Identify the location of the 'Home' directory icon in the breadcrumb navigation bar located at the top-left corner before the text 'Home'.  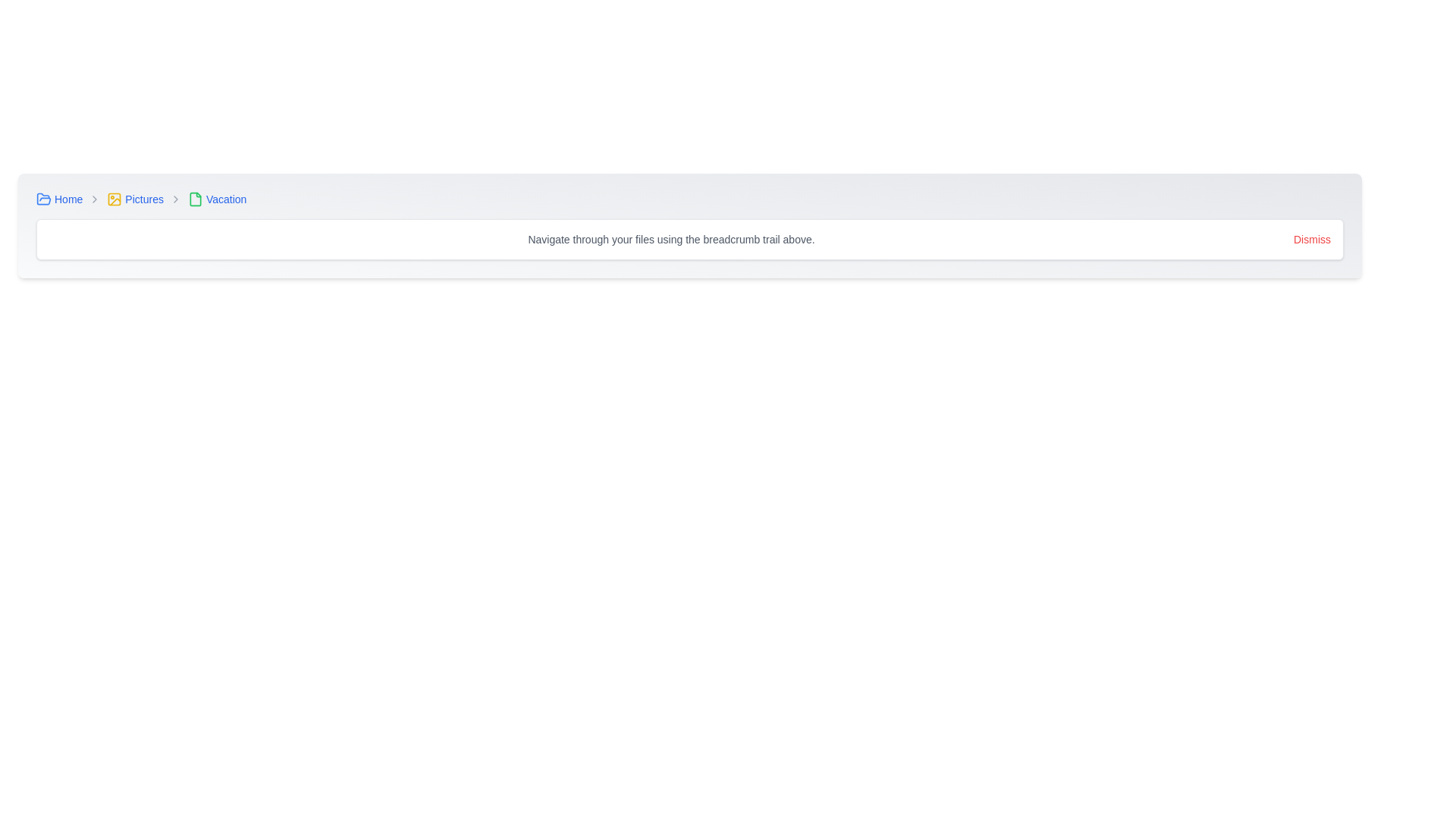
(43, 198).